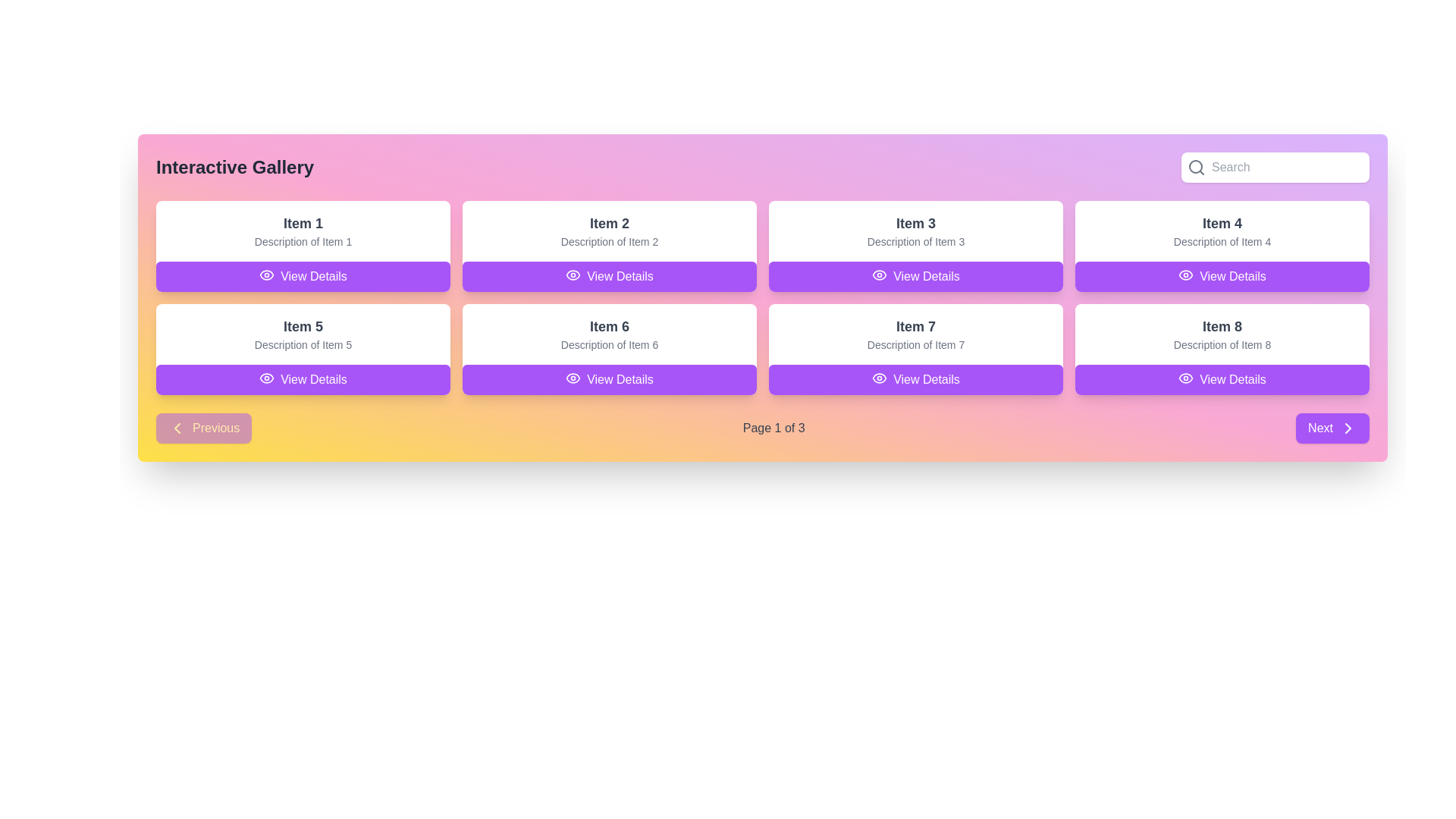 The width and height of the screenshot is (1456, 819). Describe the element at coordinates (267, 275) in the screenshot. I see `the eye-outline icon located within the 'View Details' button of 'Item 5' in the second row, left column of the grid layout` at that location.